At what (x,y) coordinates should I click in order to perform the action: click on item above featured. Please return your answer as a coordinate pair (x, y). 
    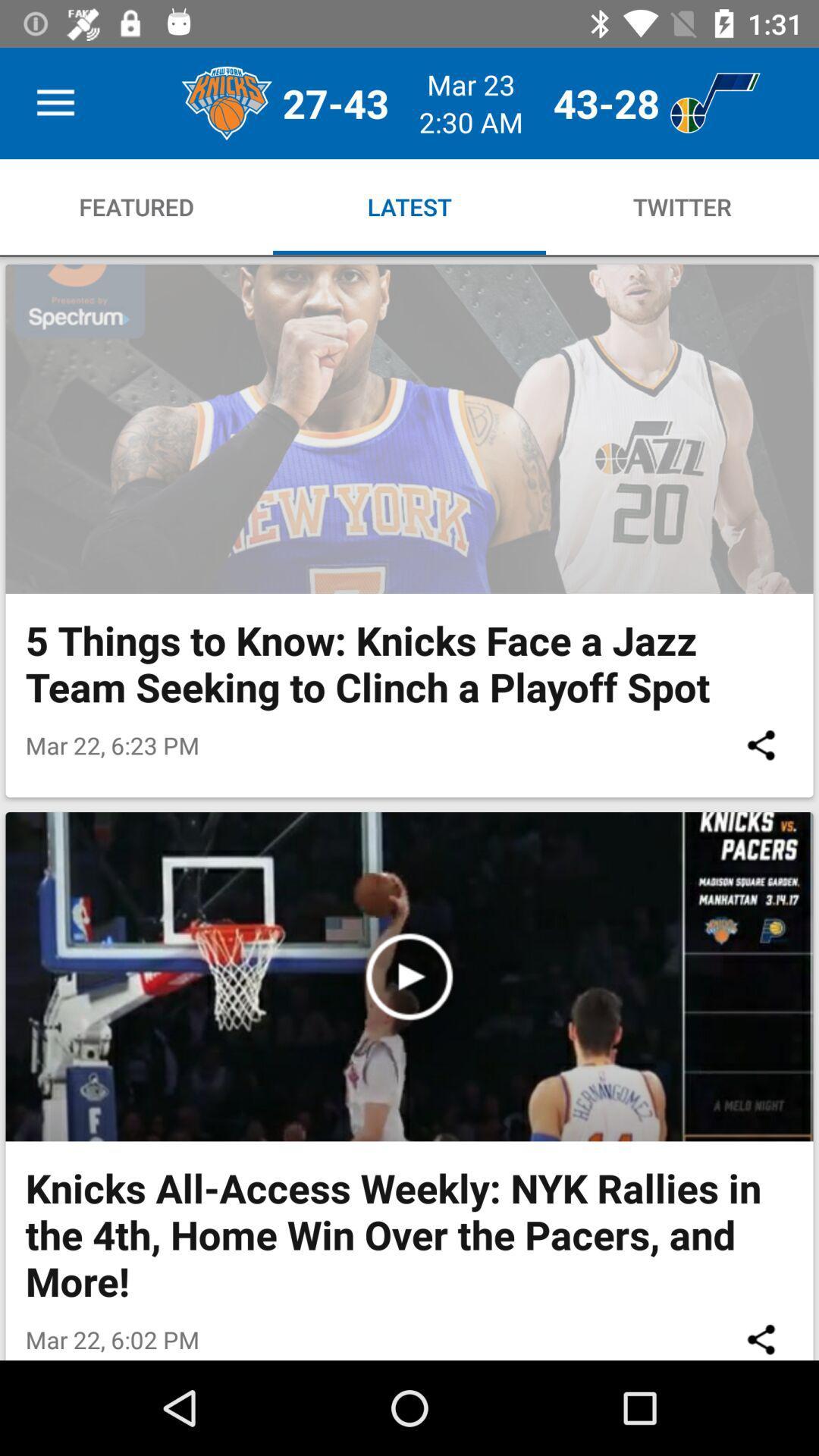
    Looking at the image, I should click on (55, 102).